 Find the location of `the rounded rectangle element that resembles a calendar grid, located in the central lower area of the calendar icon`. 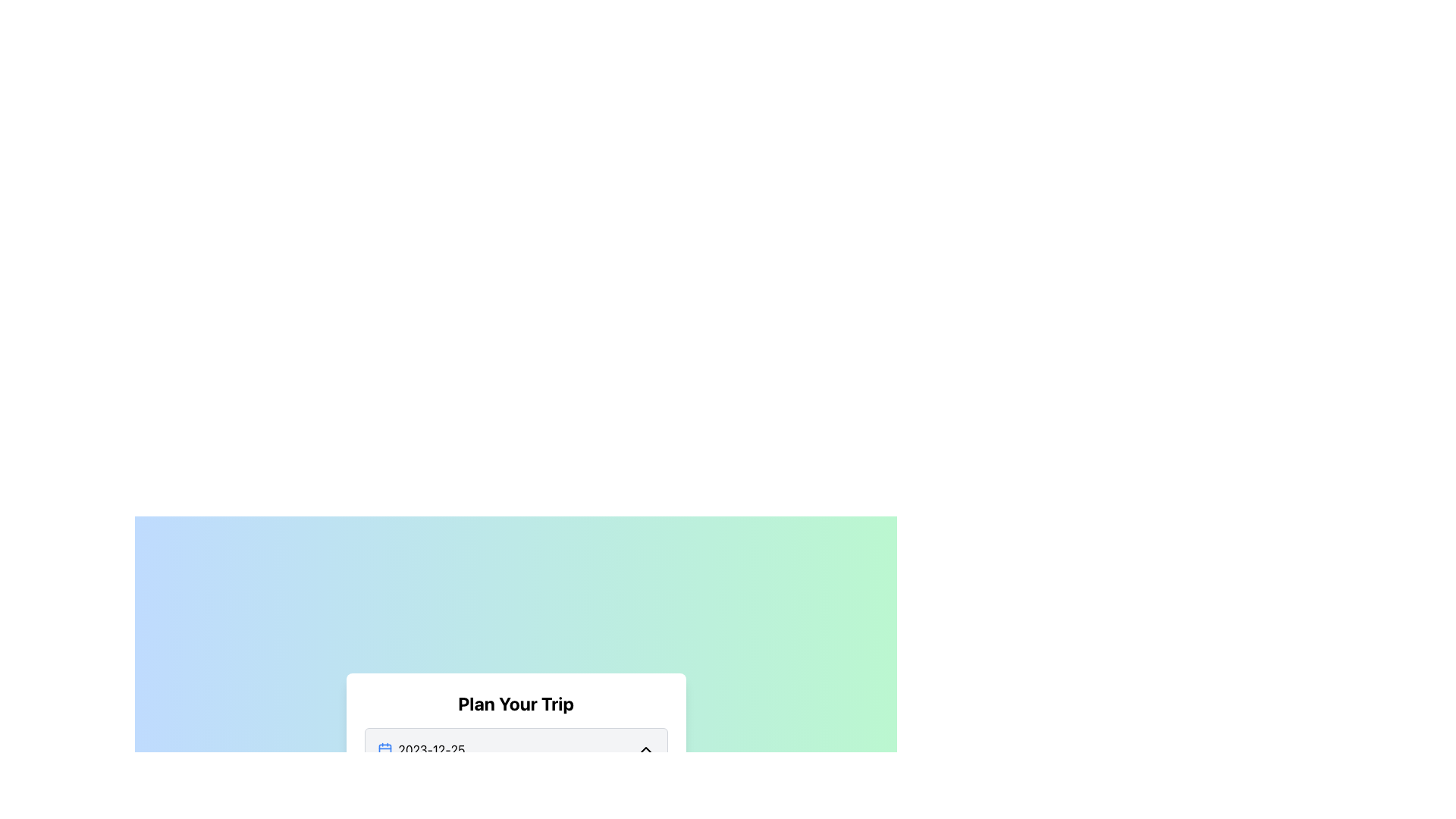

the rounded rectangle element that resembles a calendar grid, located in the central lower area of the calendar icon is located at coordinates (384, 749).